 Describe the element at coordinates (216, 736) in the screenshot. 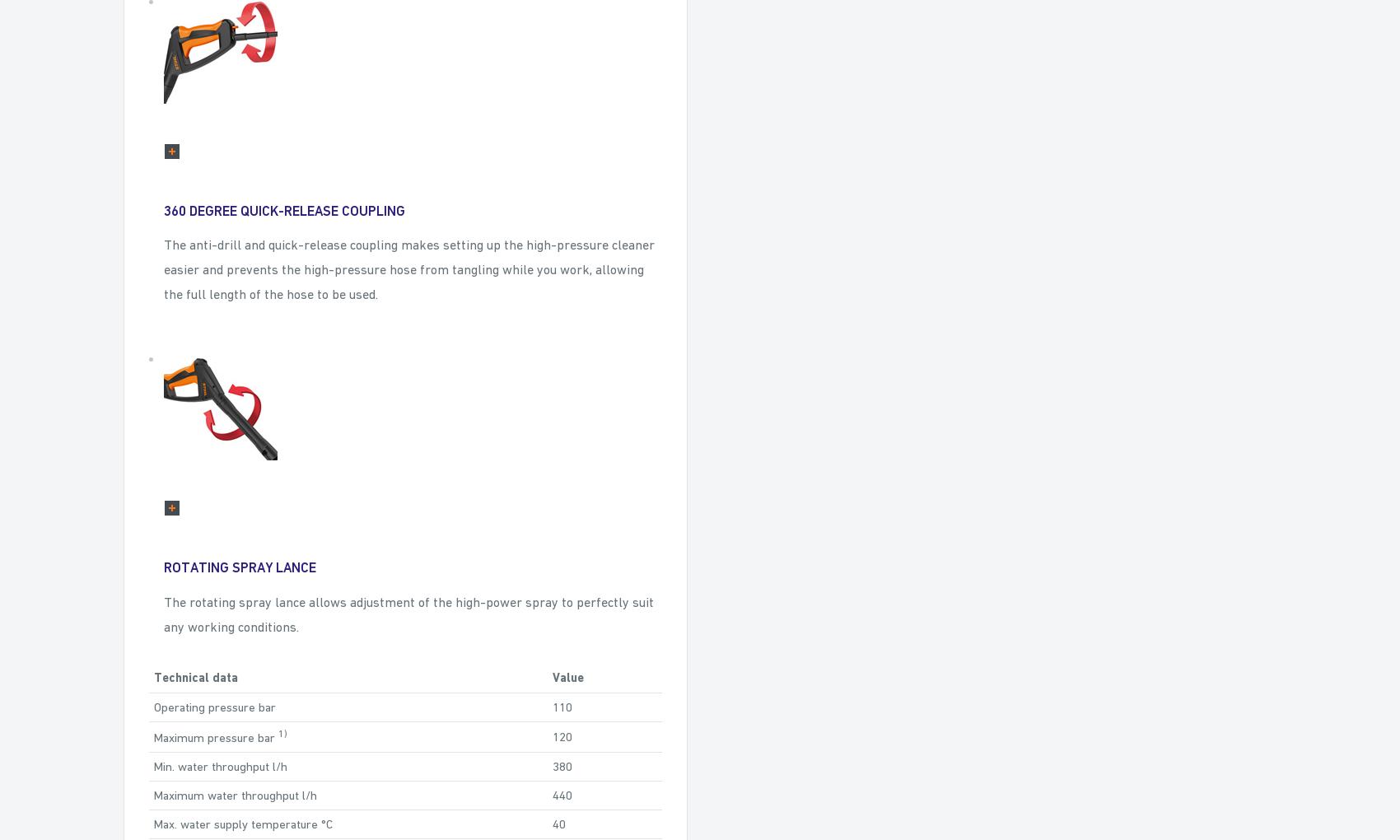

I see `'Maximum pressure bar'` at that location.